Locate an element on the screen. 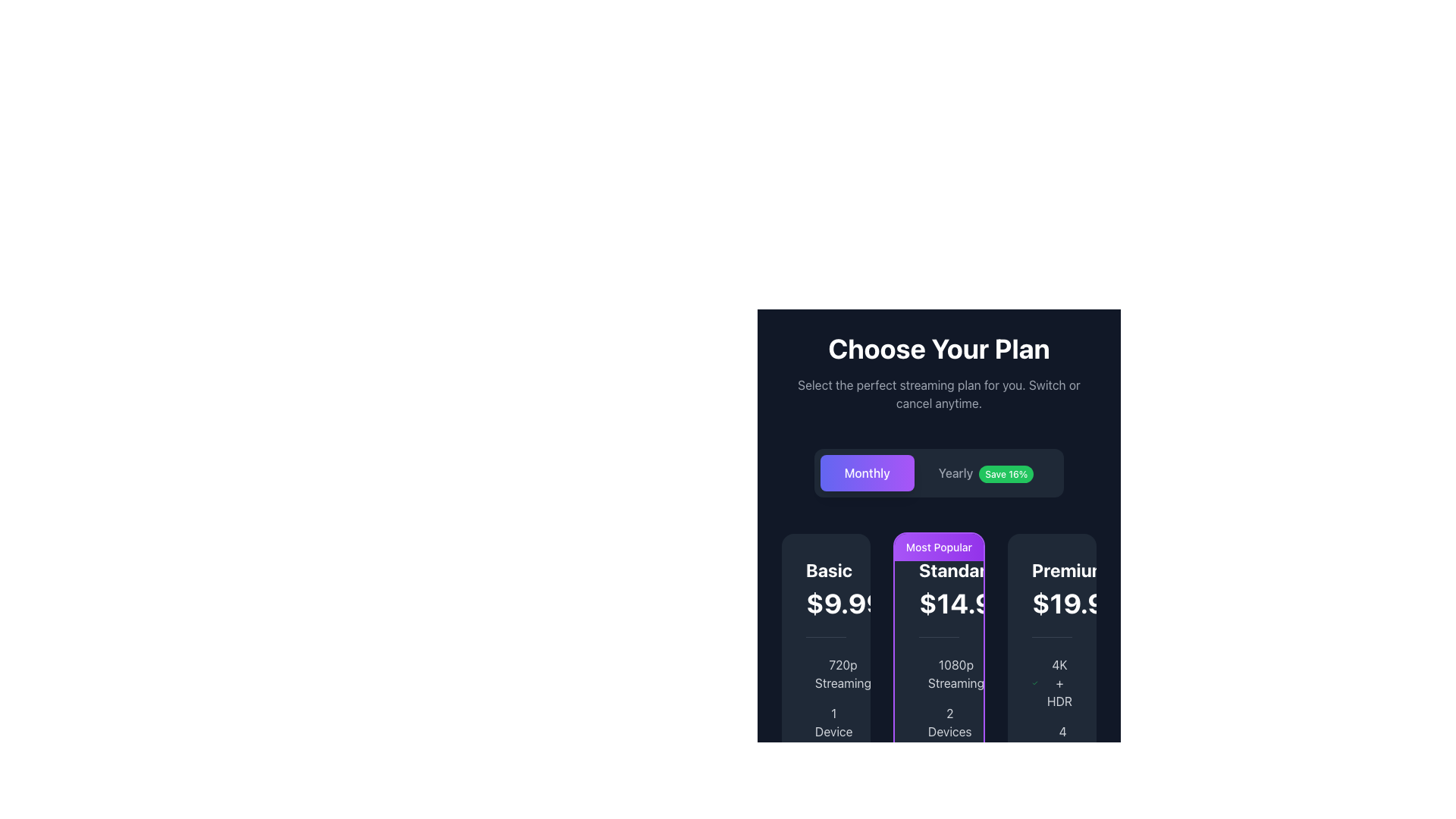 The height and width of the screenshot is (819, 1456). the text label displaying the price '$14.99' in bold white font, located in the 'Standard' subscription plan section is located at coordinates (964, 602).